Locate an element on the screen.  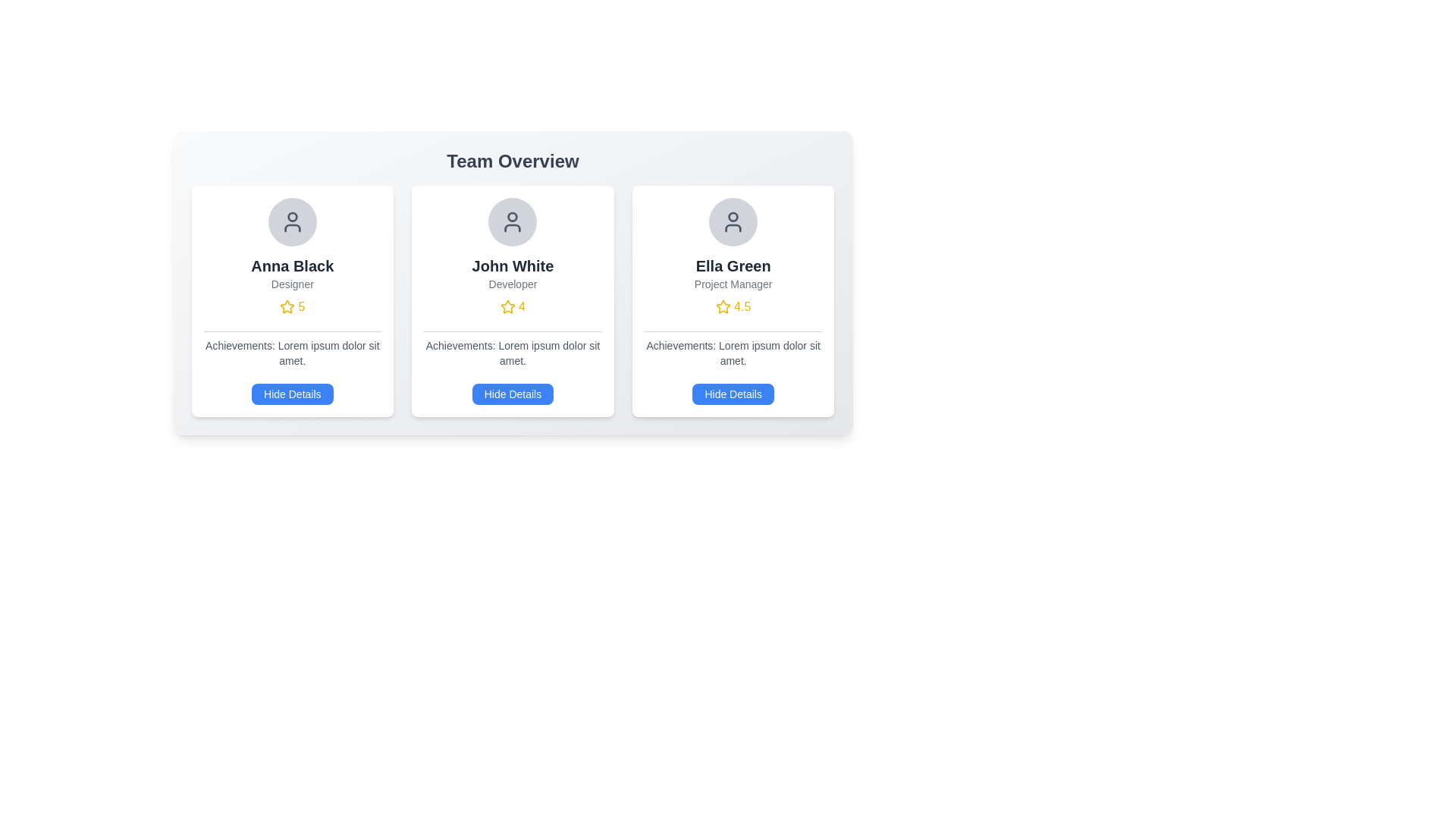
the circular decorative element indicating an alert or notification within the profile icon, located at the top center of the card above the name 'John White' is located at coordinates (513, 217).